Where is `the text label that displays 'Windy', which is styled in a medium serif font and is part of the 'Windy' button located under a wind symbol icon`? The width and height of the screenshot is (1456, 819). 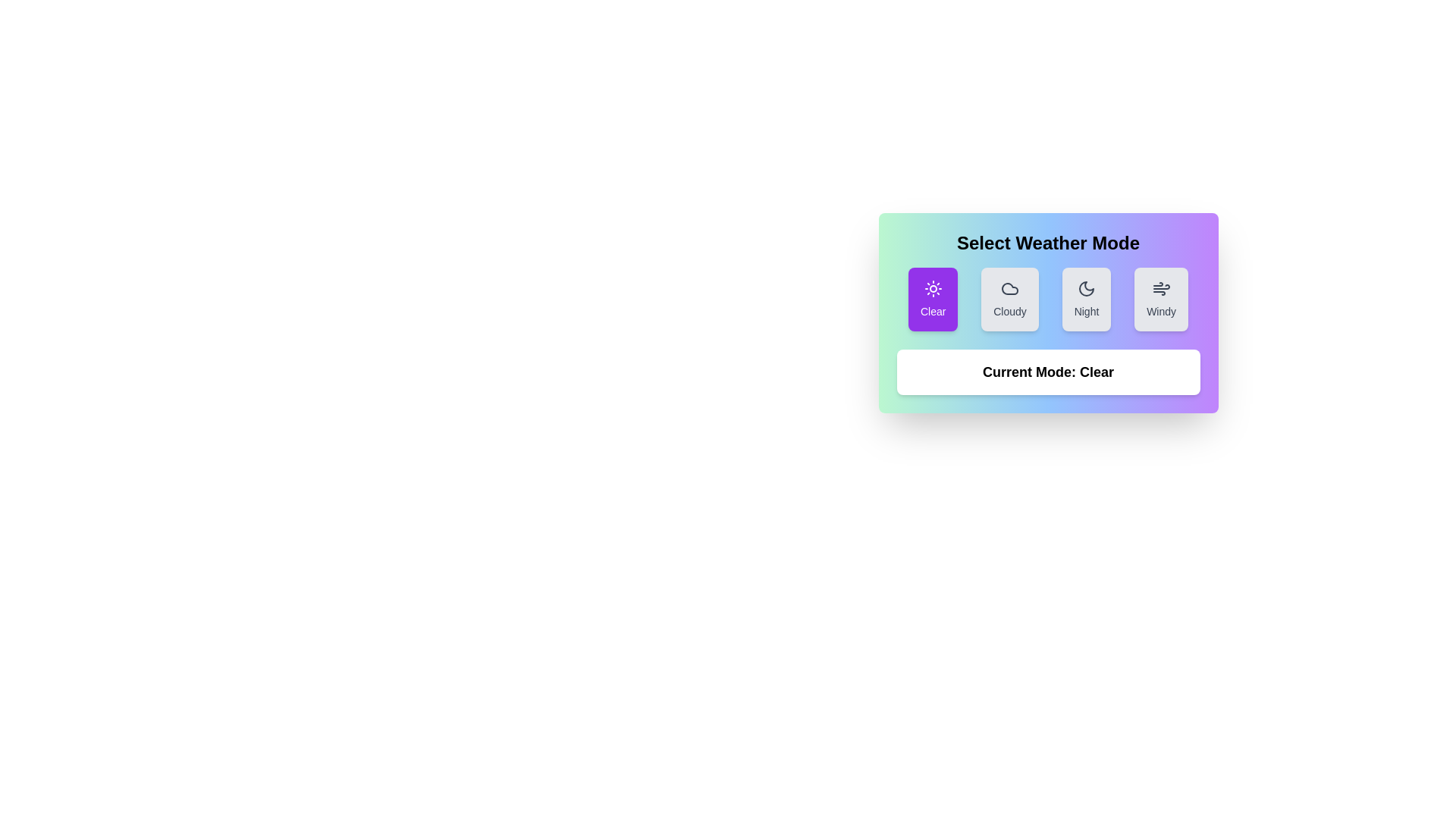
the text label that displays 'Windy', which is styled in a medium serif font and is part of the 'Windy' button located under a wind symbol icon is located at coordinates (1160, 311).